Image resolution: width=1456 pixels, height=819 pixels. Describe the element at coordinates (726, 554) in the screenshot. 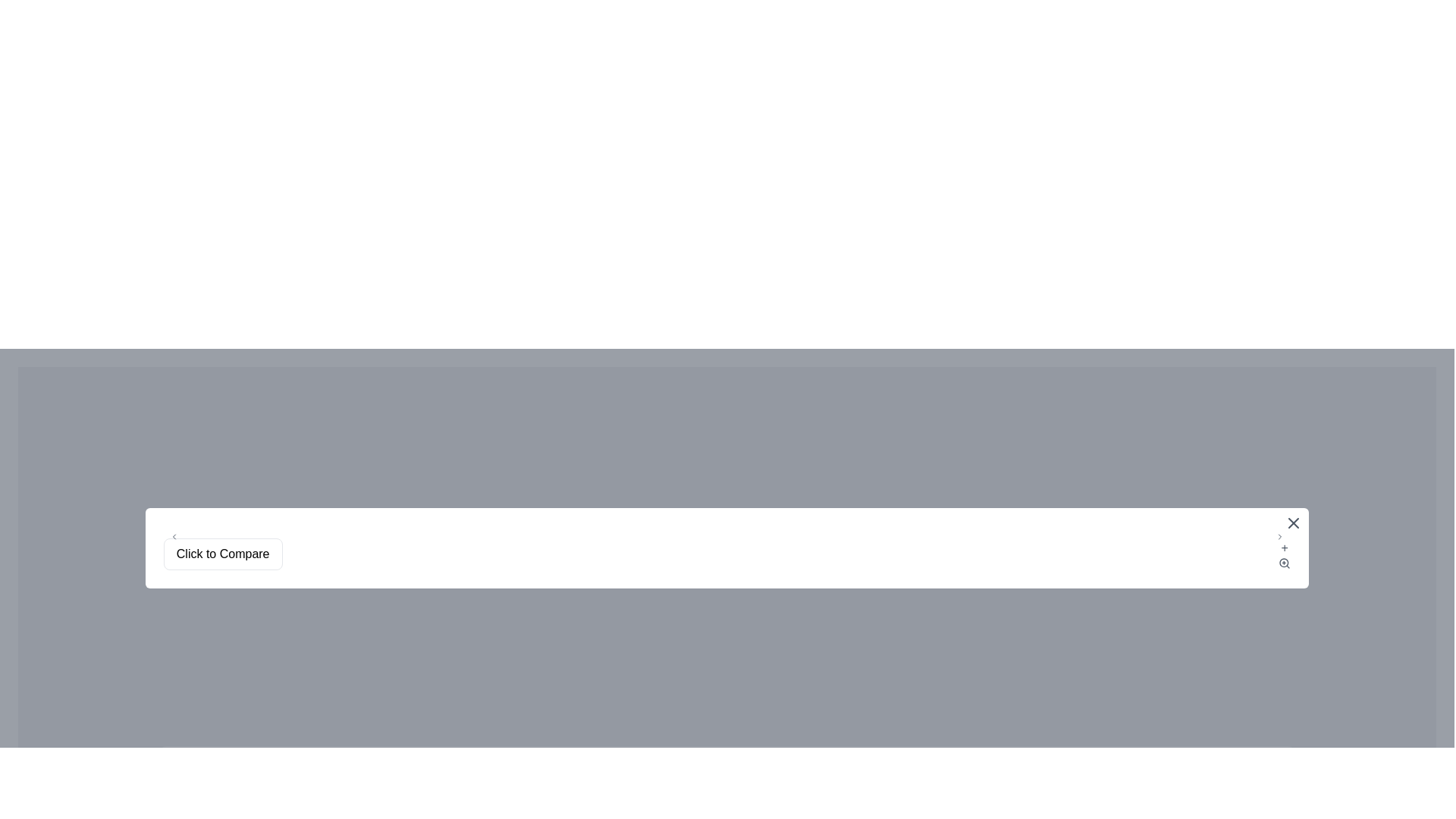

I see `the '+' symbol on the interactive component labeled 'Click to Compare'` at that location.